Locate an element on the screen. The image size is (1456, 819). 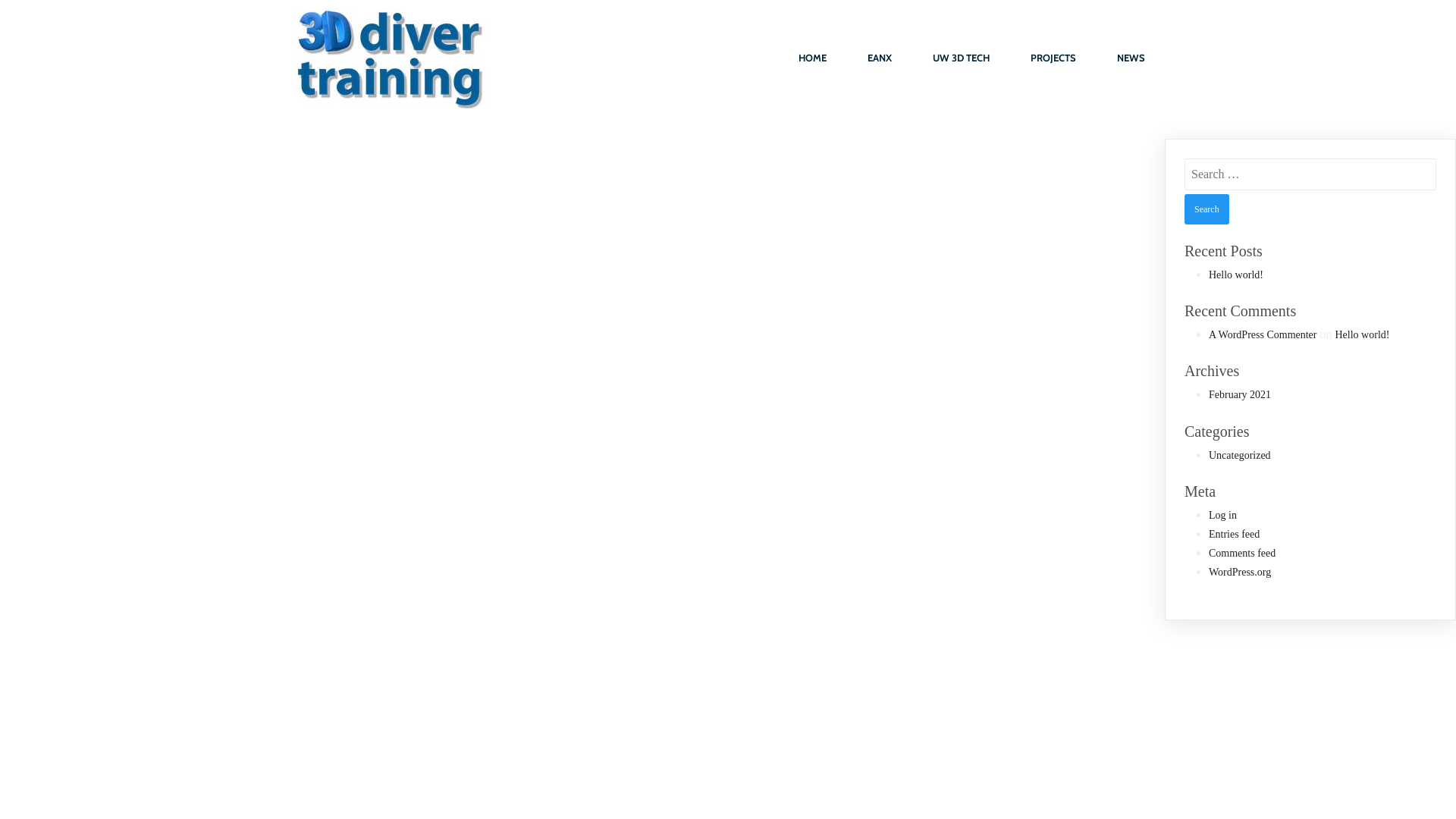
'Uncategorized' is located at coordinates (1240, 454).